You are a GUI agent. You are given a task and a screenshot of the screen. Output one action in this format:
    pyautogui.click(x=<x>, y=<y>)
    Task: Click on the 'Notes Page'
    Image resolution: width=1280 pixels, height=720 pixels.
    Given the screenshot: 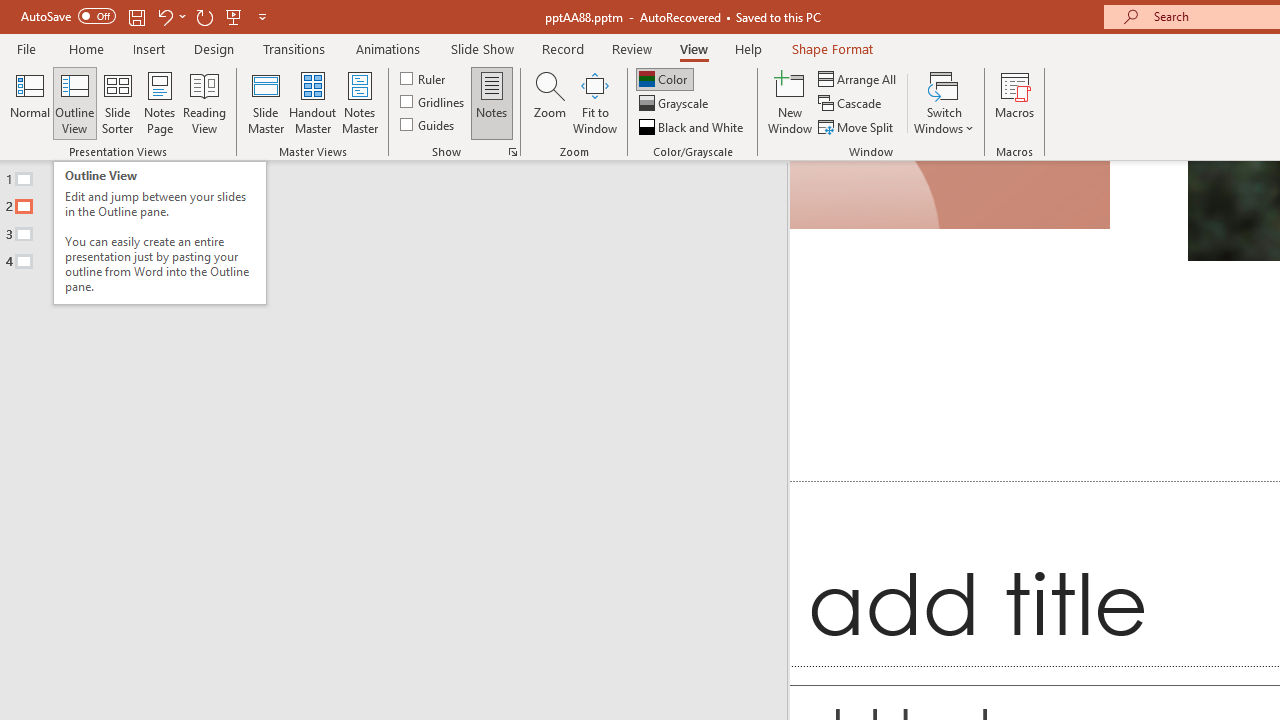 What is the action you would take?
    pyautogui.click(x=160, y=103)
    